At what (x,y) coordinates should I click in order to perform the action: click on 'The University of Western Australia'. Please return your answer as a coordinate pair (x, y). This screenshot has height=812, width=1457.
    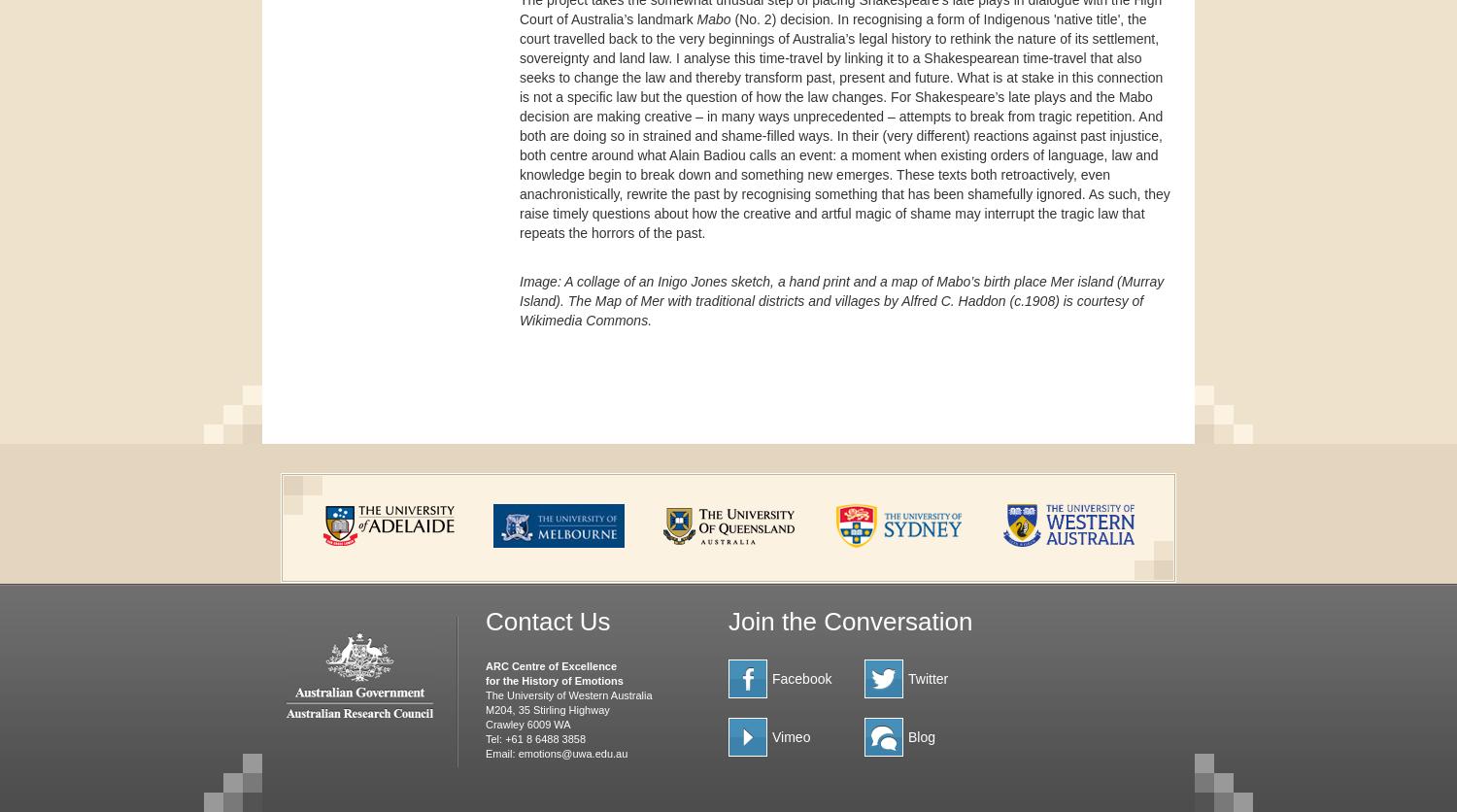
    Looking at the image, I should click on (567, 694).